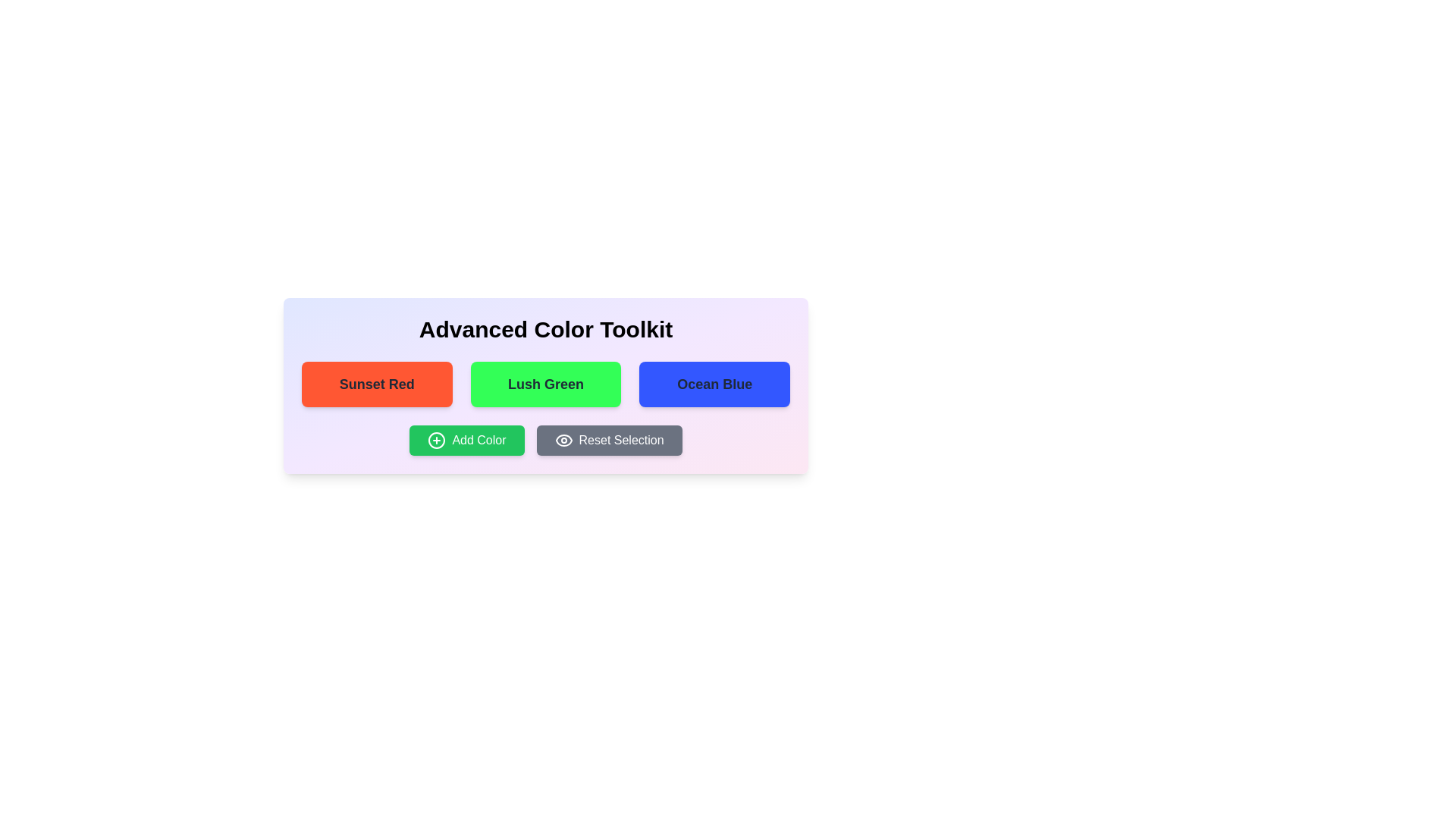 This screenshot has width=1456, height=819. Describe the element at coordinates (714, 383) in the screenshot. I see `the 'Ocean Blue' text label, which is displayed in a bold and large font, to trigger the tooltip` at that location.